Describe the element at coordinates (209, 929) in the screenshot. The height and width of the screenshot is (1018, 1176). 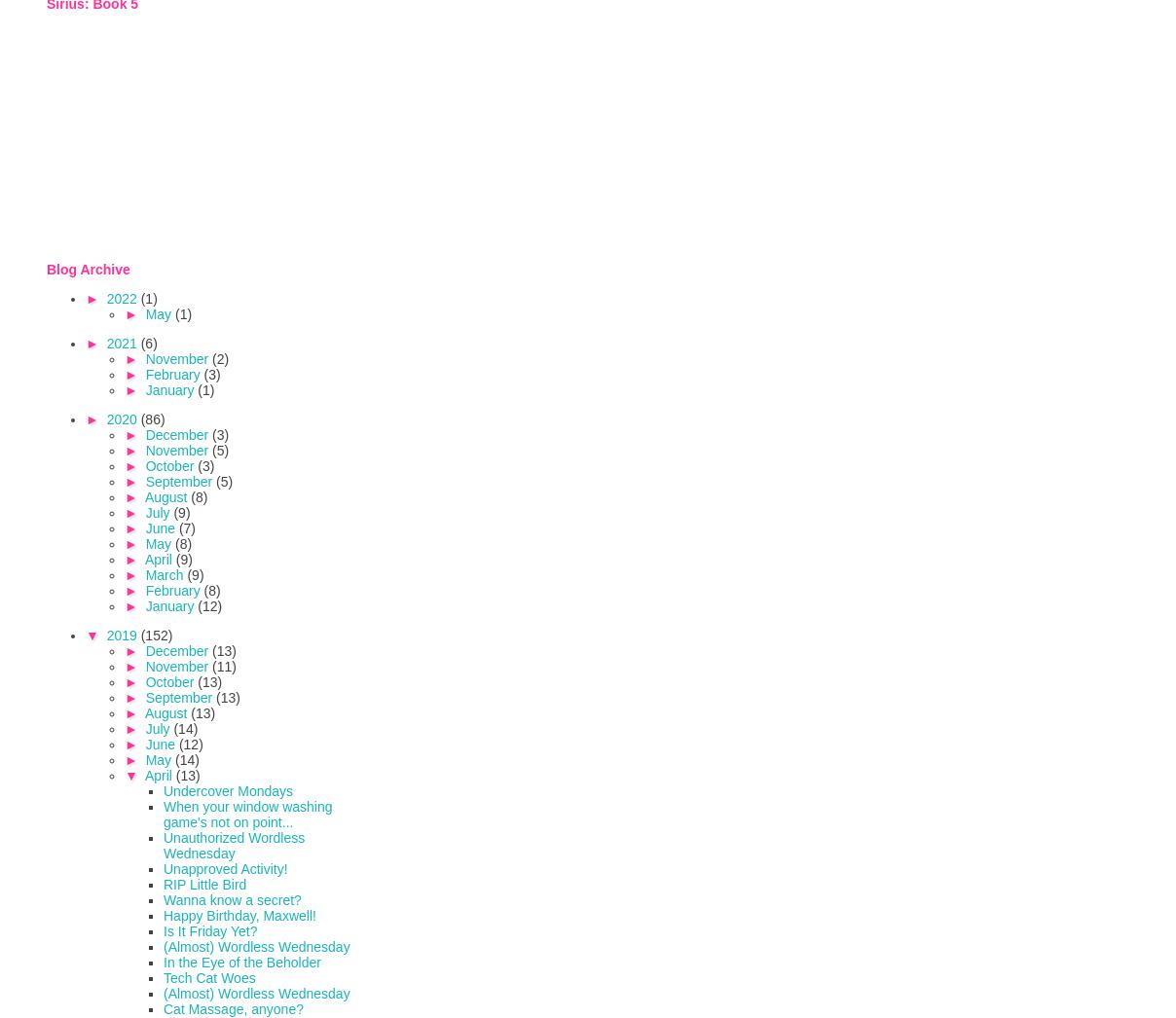
I see `'Is It Friday Yet?'` at that location.